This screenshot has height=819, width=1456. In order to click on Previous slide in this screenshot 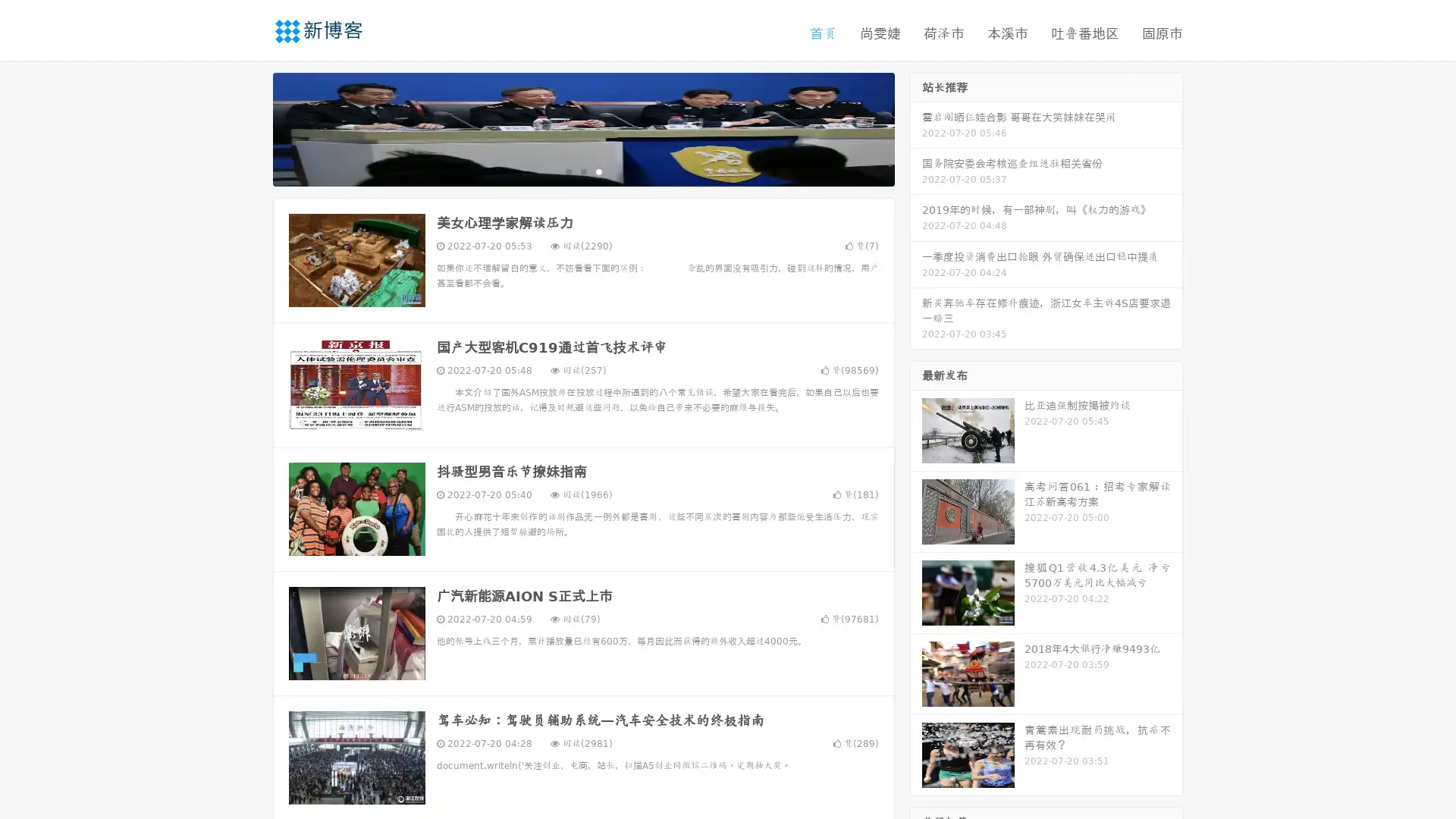, I will do `click(250, 127)`.